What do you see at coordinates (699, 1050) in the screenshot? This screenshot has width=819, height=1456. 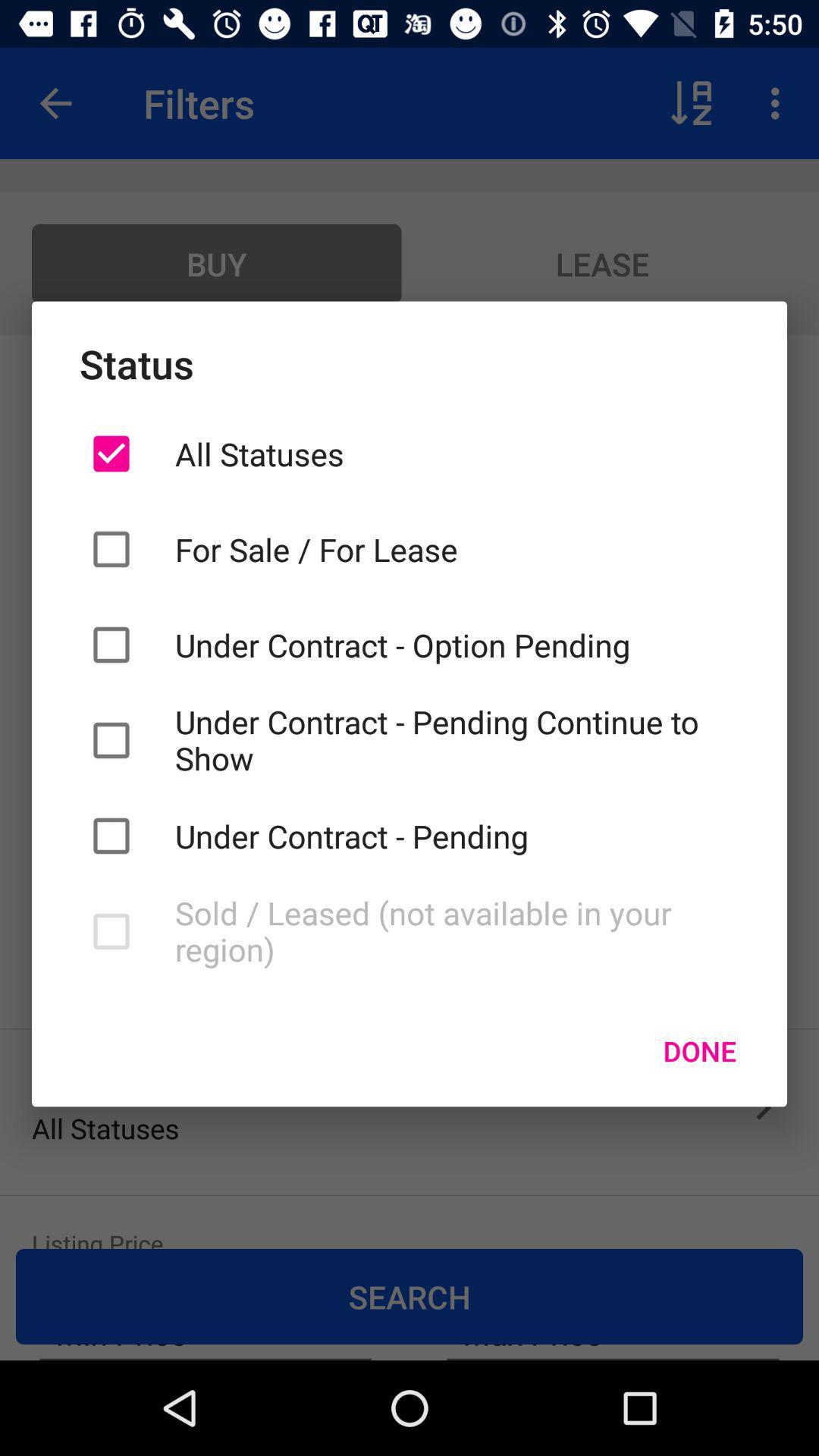 I see `done at the bottom right corner` at bounding box center [699, 1050].